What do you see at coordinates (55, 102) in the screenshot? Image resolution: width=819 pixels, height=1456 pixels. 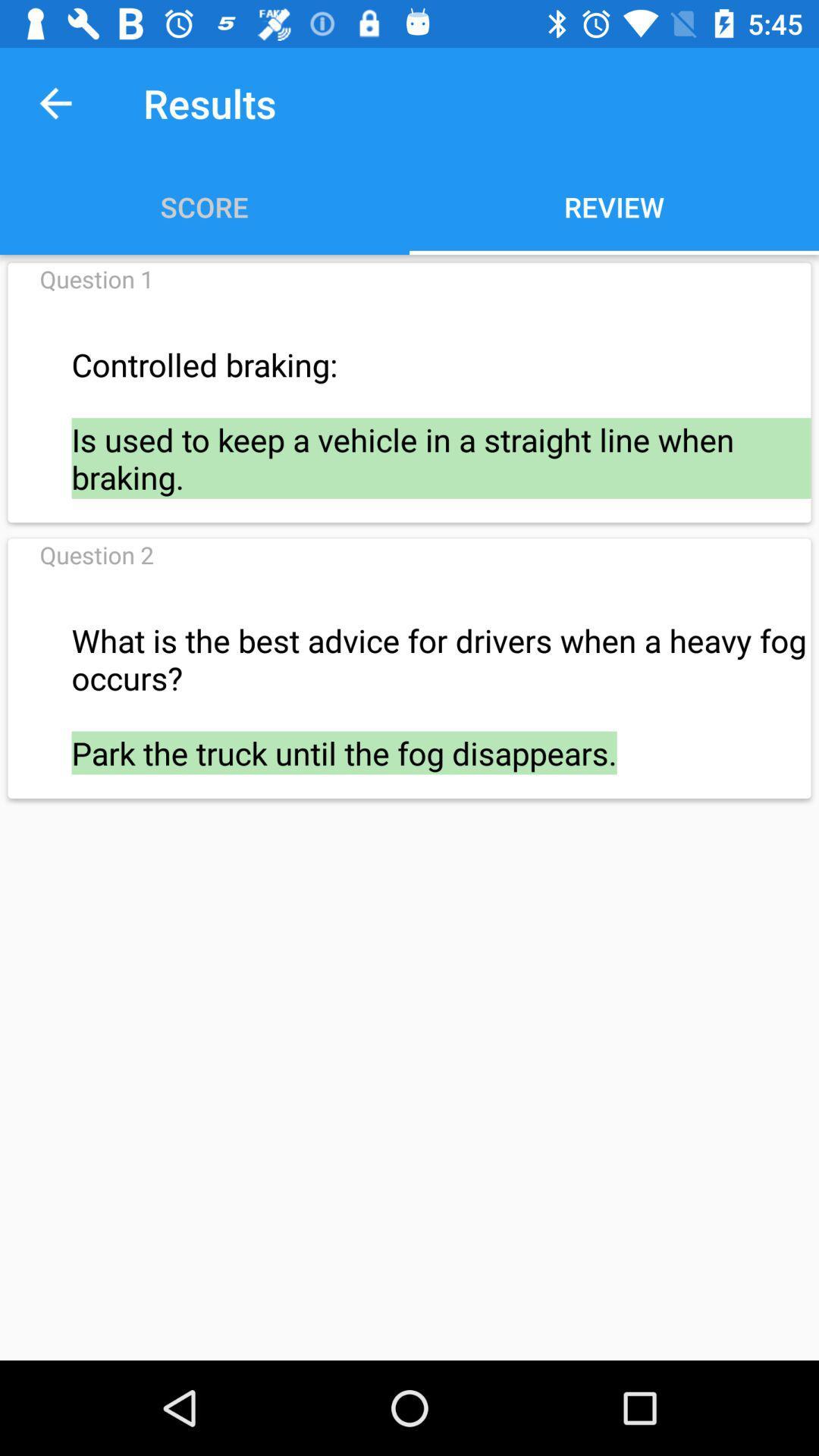 I see `item next to the results icon` at bounding box center [55, 102].